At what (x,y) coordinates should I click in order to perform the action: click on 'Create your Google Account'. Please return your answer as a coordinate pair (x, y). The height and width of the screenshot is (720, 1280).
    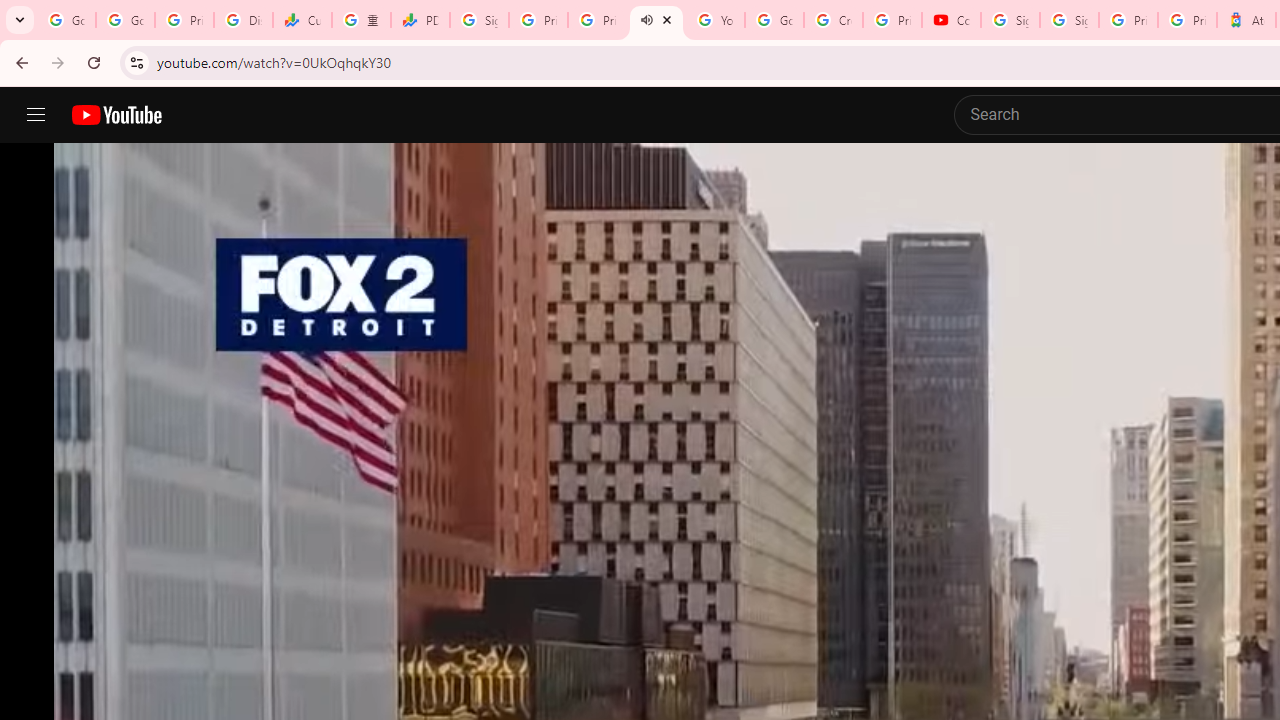
    Looking at the image, I should click on (833, 20).